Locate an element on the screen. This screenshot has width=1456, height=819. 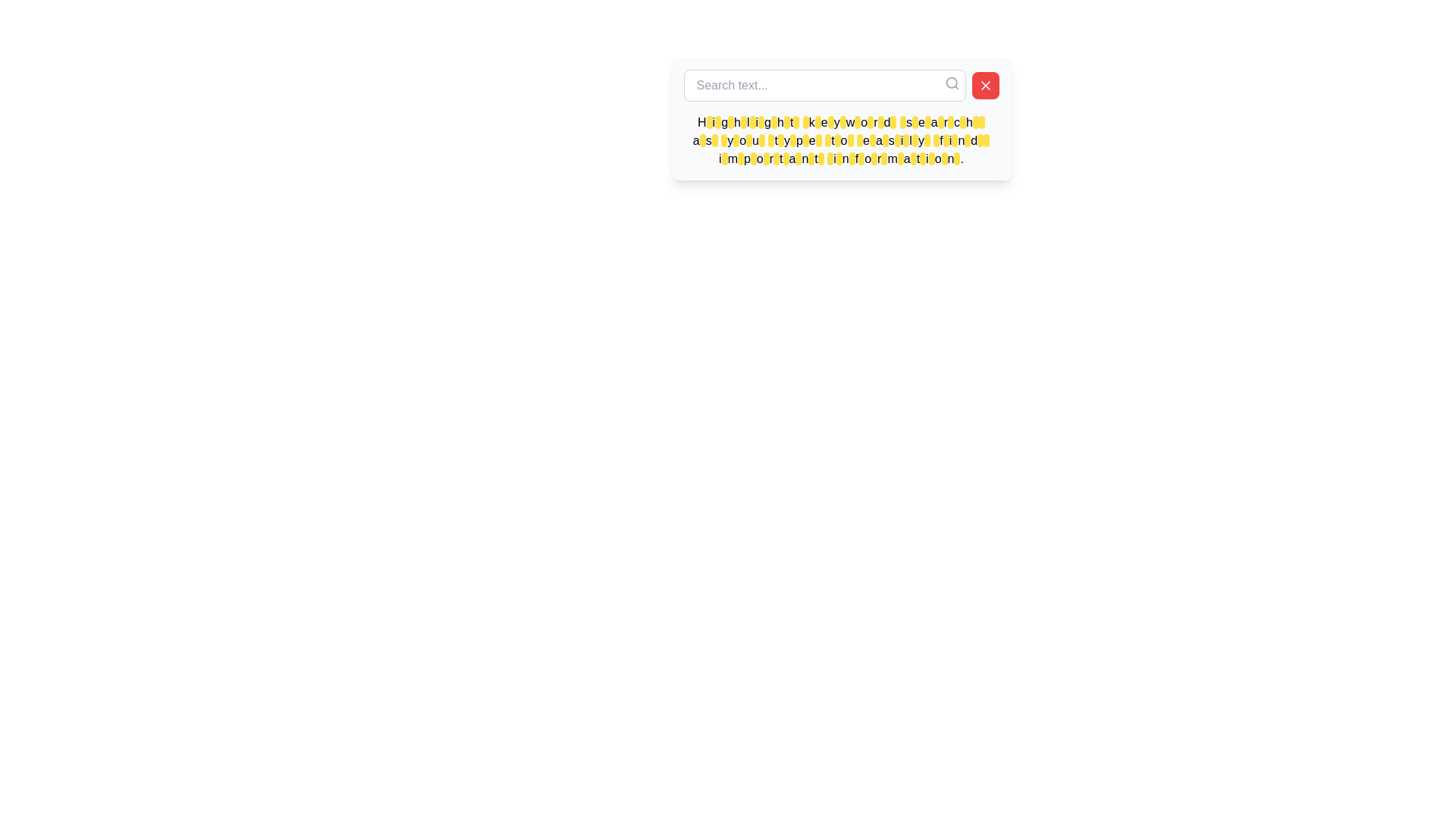
the 41st Highlight marker element within the text box to visually emphasize a specific portion of the content is located at coordinates (897, 140).